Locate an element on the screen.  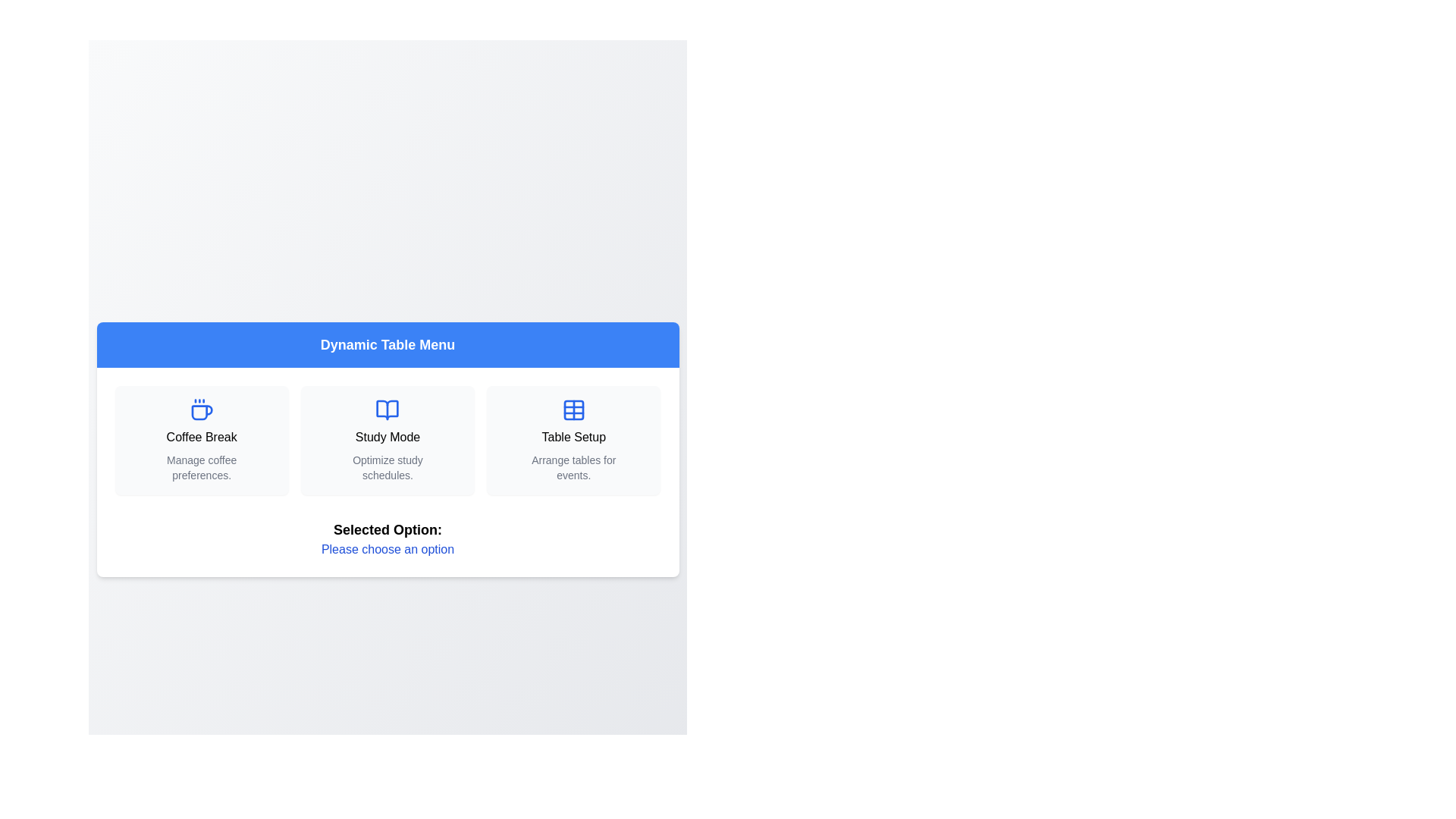
the menu option Study Mode from the Dynamic Table Menu is located at coordinates (387, 441).